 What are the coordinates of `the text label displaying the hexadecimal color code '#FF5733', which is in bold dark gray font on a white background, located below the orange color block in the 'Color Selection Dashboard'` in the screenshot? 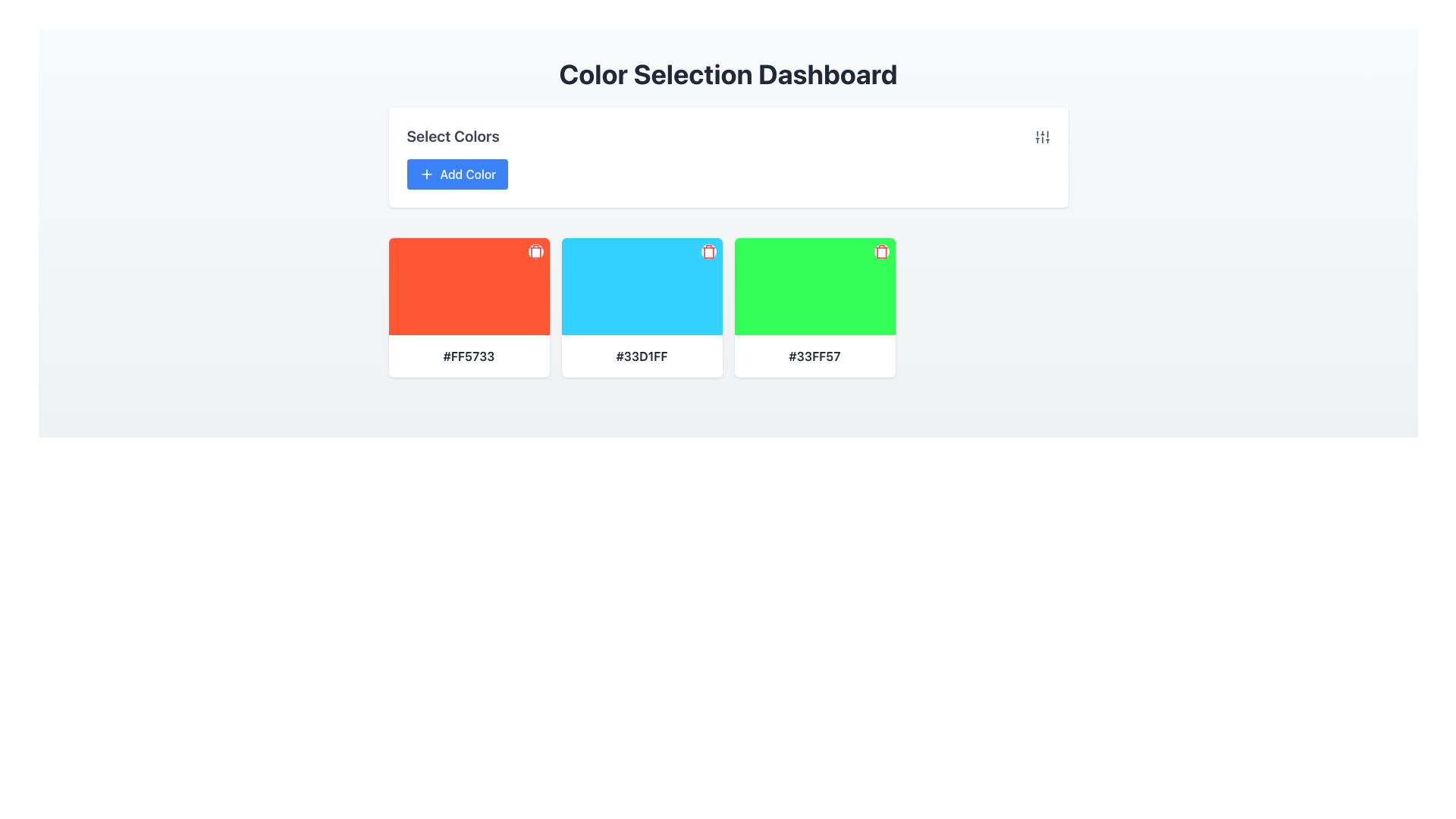 It's located at (468, 356).